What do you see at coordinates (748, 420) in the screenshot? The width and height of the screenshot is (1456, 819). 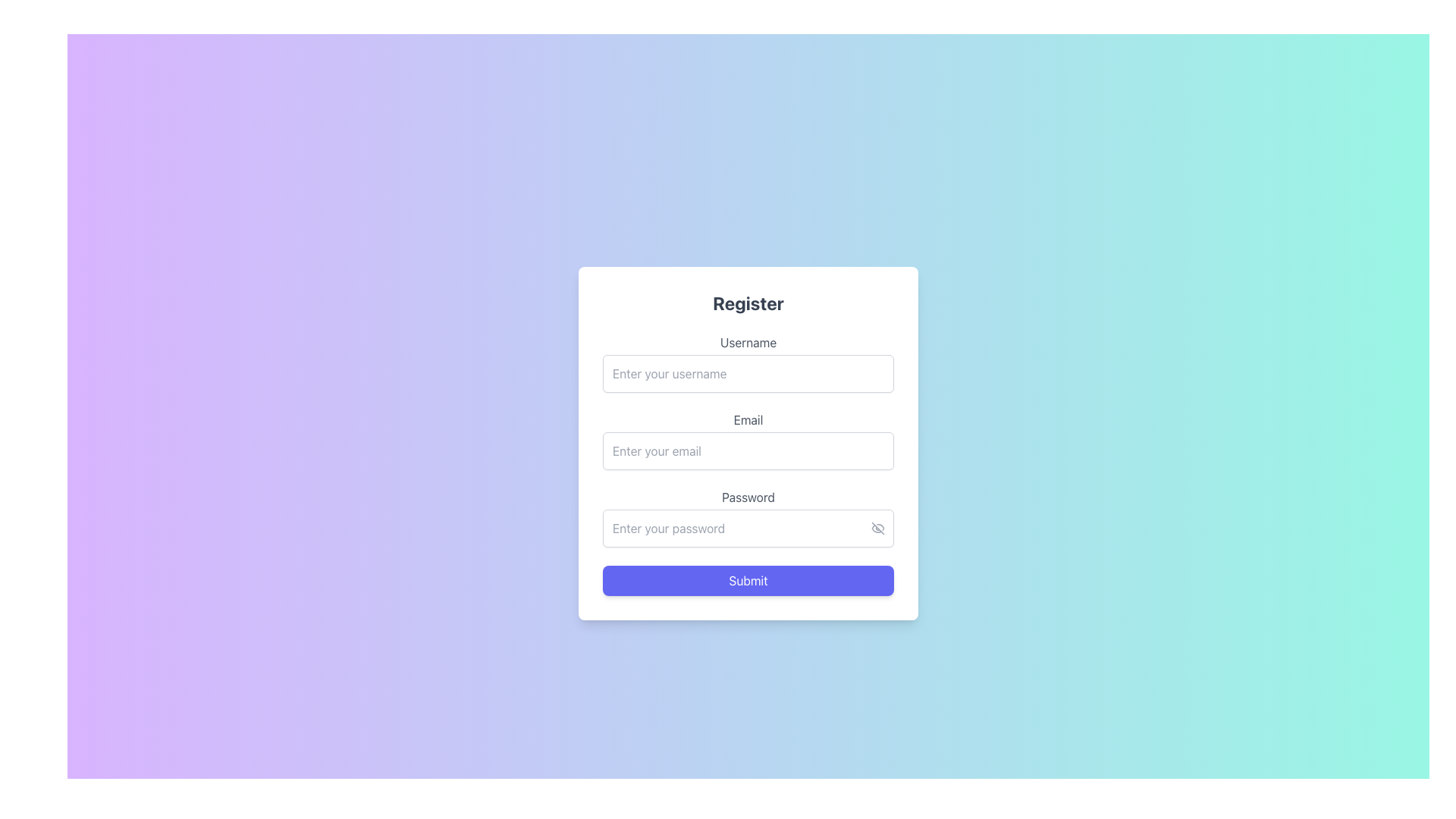 I see `the 'Email' text label displayed in gray above the email input field in the 'Register' form` at bounding box center [748, 420].